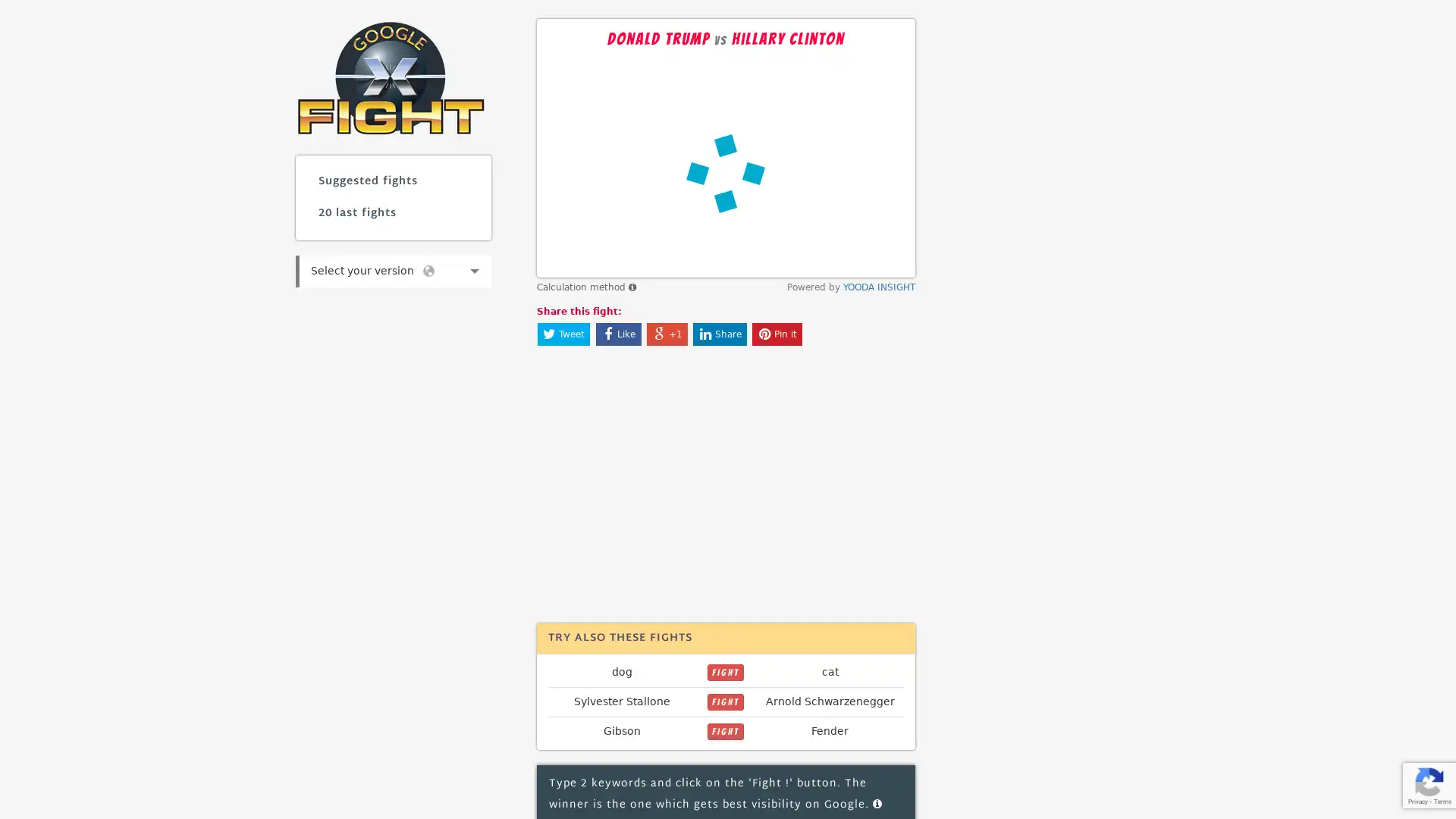 The height and width of the screenshot is (819, 1456). I want to click on FIGHT, so click(724, 672).